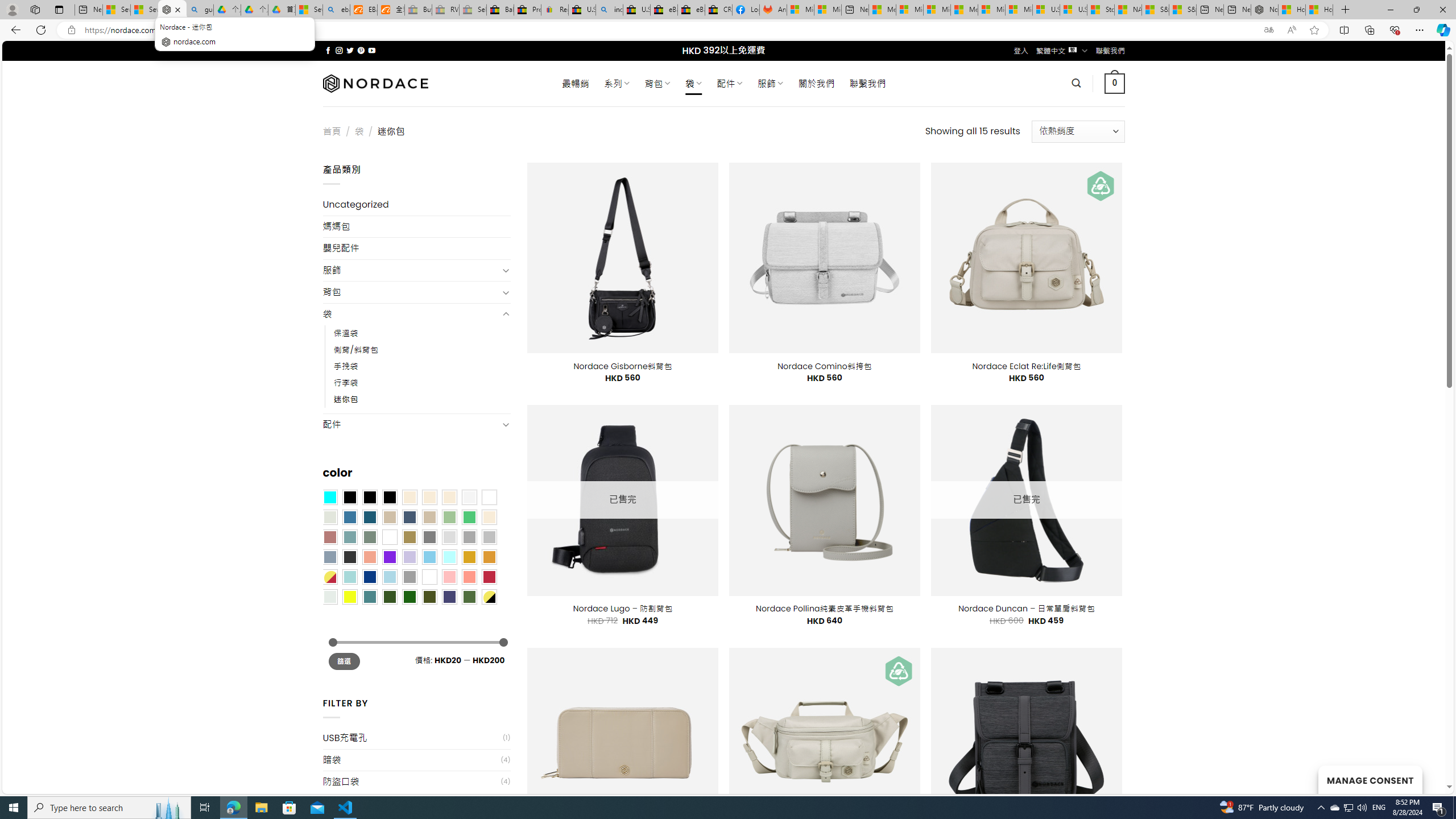 The height and width of the screenshot is (819, 1456). I want to click on 'ebay - Search', so click(336, 9).